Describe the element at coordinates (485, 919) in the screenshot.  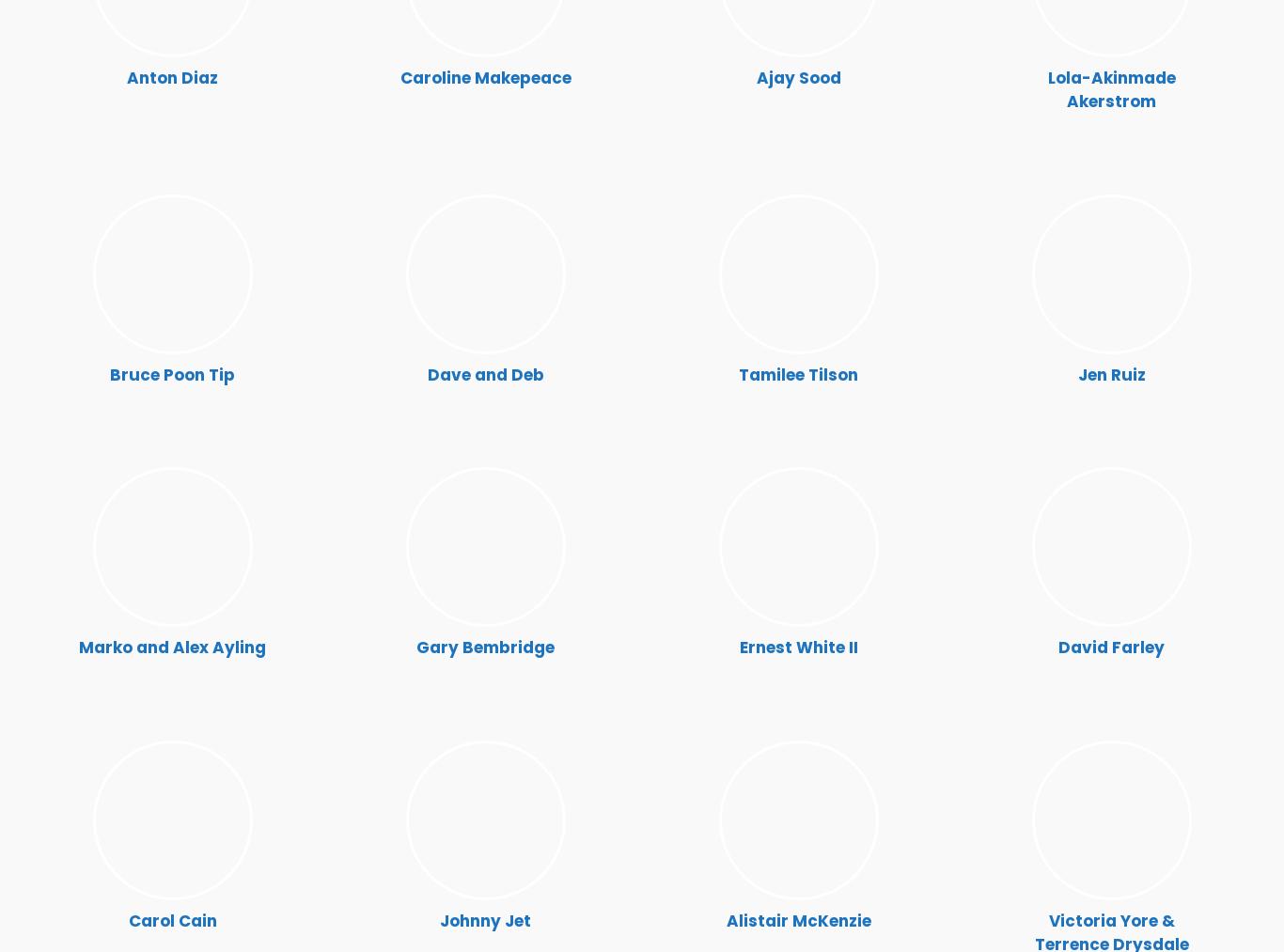
I see `'Johnny Jet'` at that location.